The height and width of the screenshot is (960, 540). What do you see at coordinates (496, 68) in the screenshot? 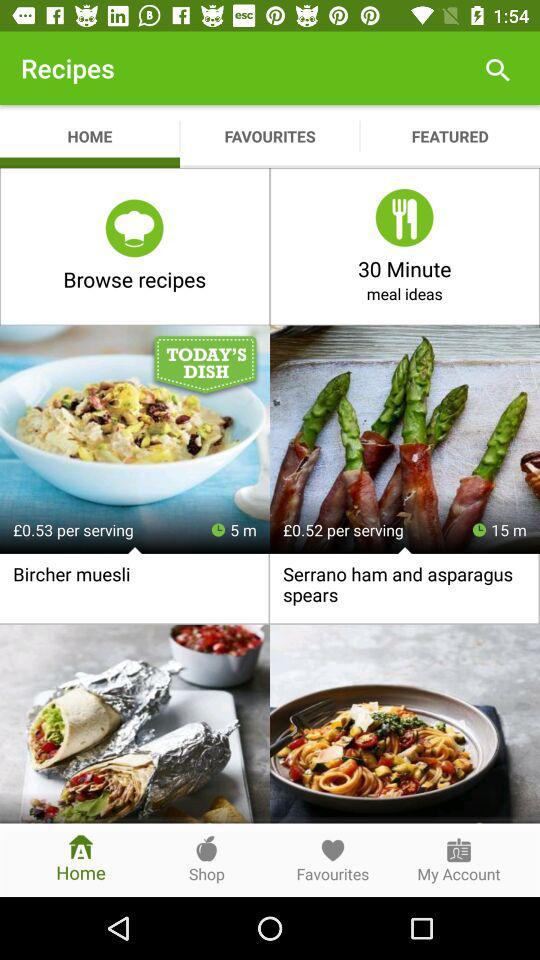
I see `icon above featured app` at bounding box center [496, 68].